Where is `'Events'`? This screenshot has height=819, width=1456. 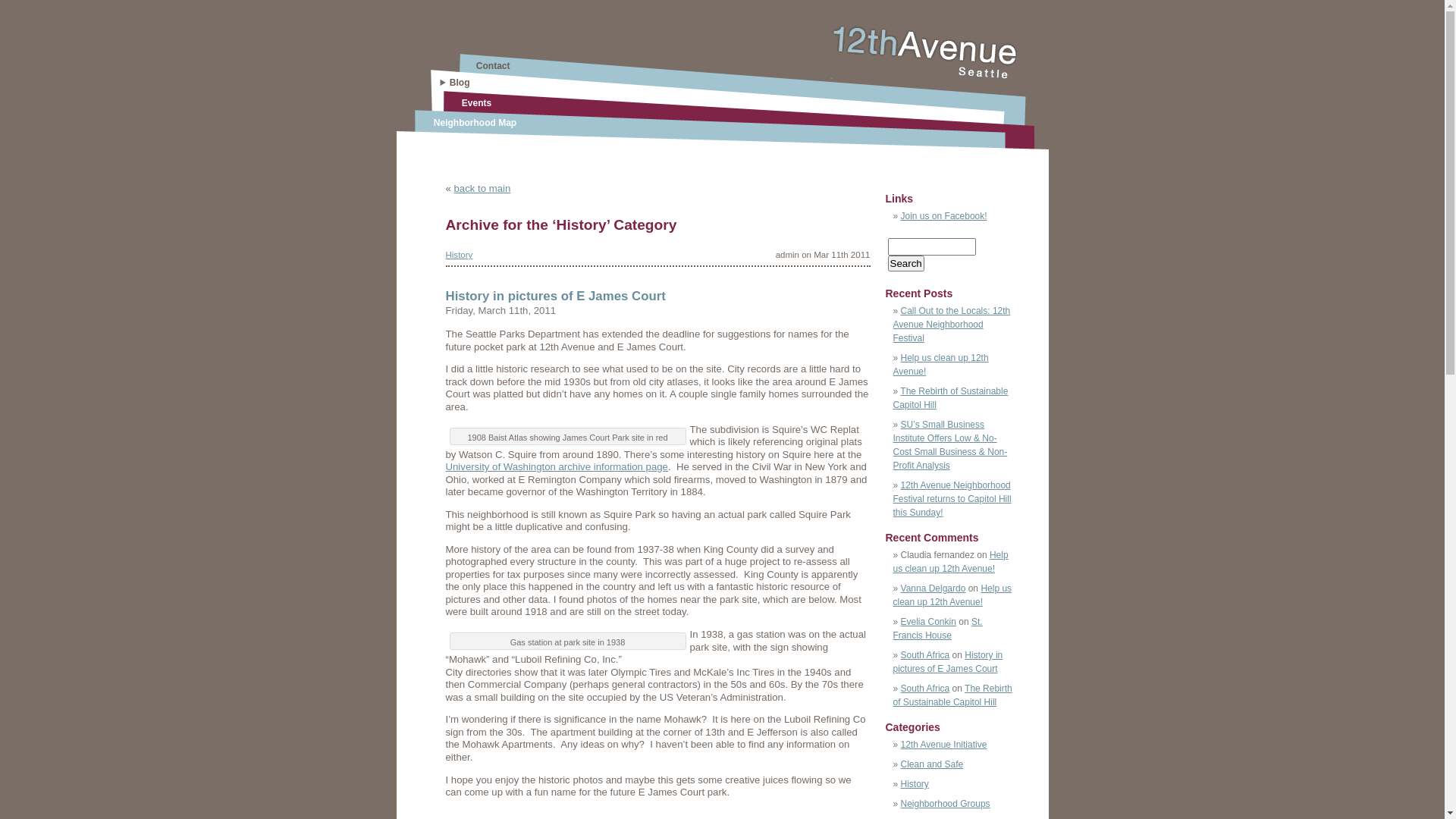 'Events' is located at coordinates (475, 102).